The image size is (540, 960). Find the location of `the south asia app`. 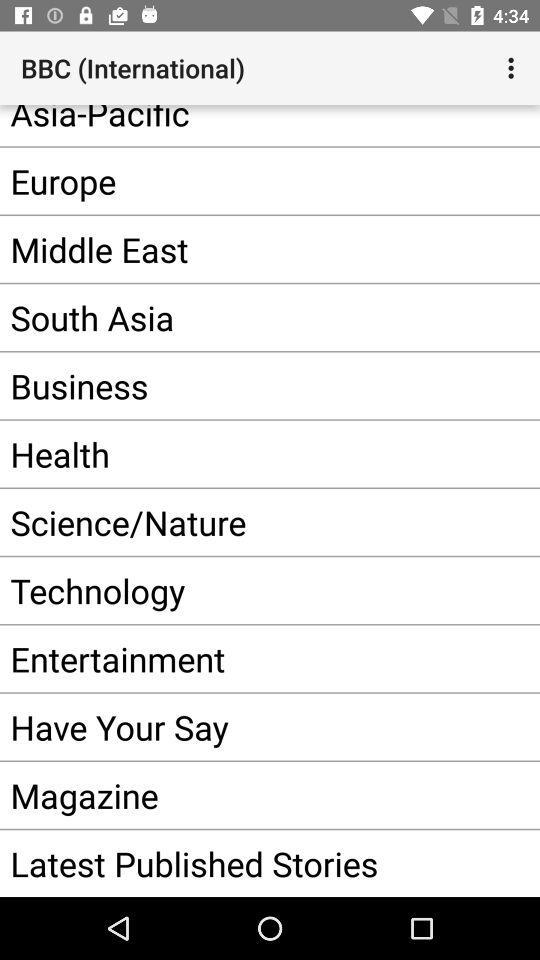

the south asia app is located at coordinates (239, 317).